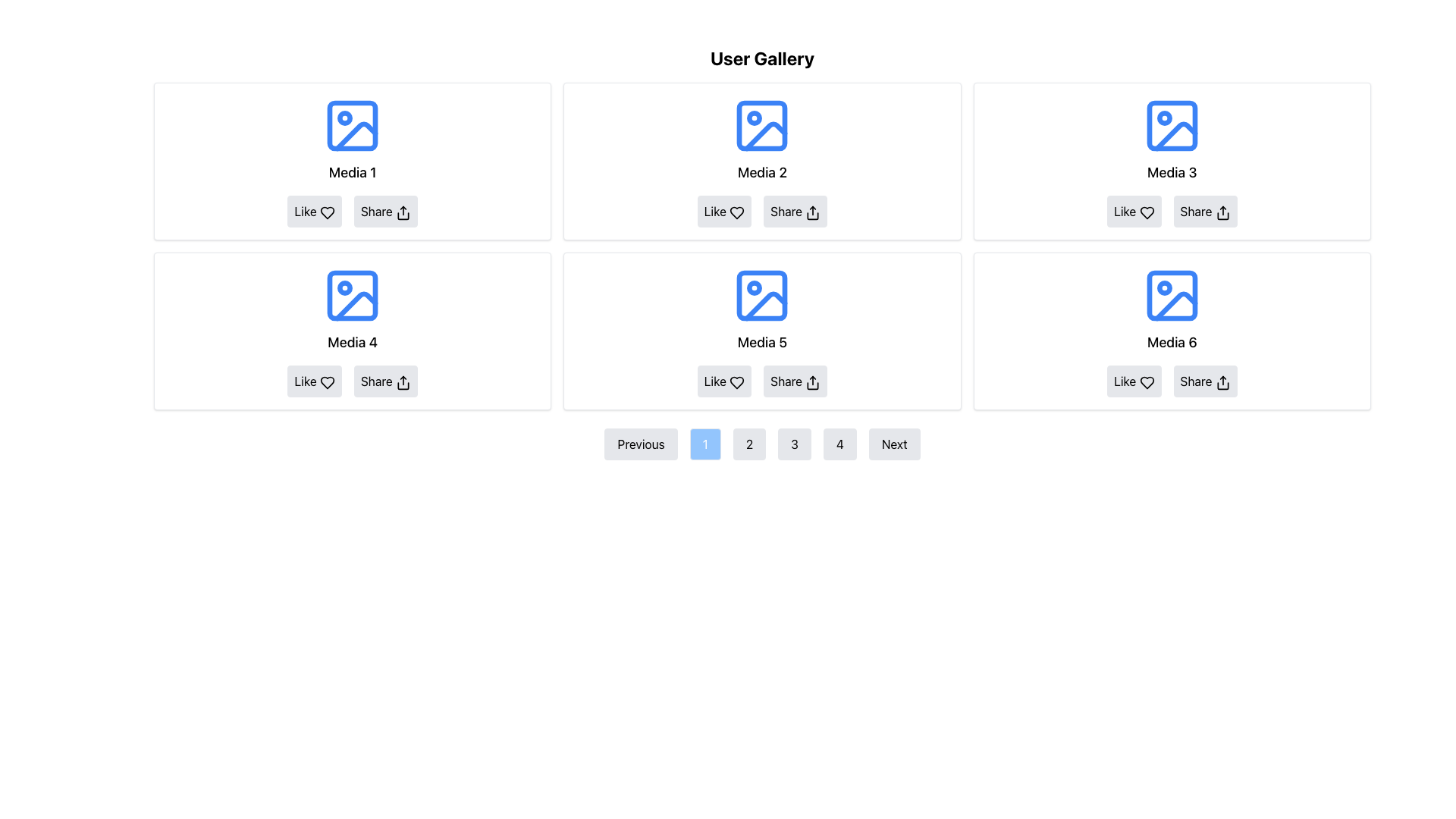 The height and width of the screenshot is (819, 1456). I want to click on the share icon, which is the rightmost part of the 'Share' button in the media grid layout, located below the media thumbnail labeled 'Media 4', so click(403, 381).